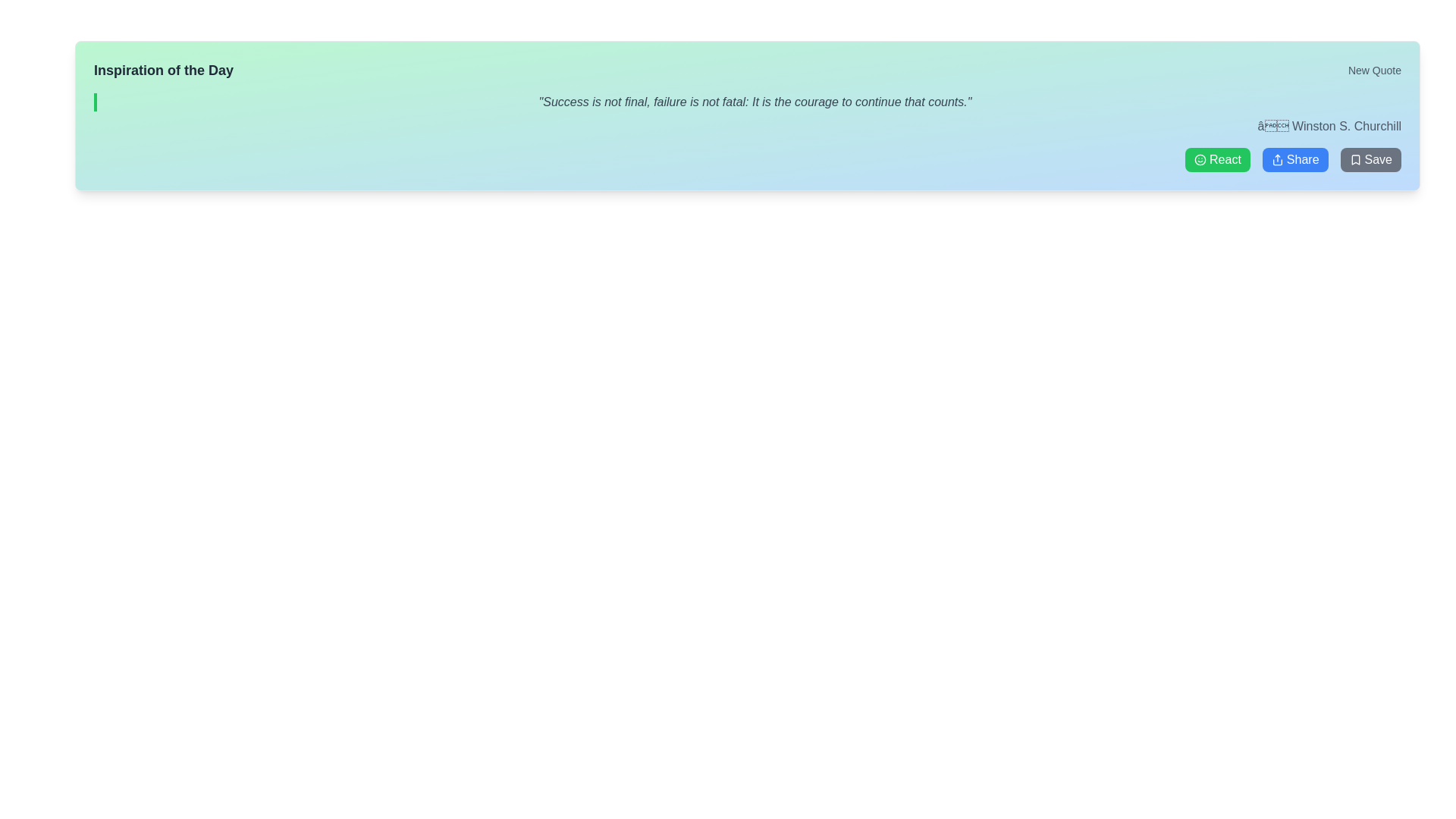 The image size is (1456, 819). Describe the element at coordinates (1370, 160) in the screenshot. I see `the gray 'Save' button with a bookmark icon to trigger the visual hover effect` at that location.